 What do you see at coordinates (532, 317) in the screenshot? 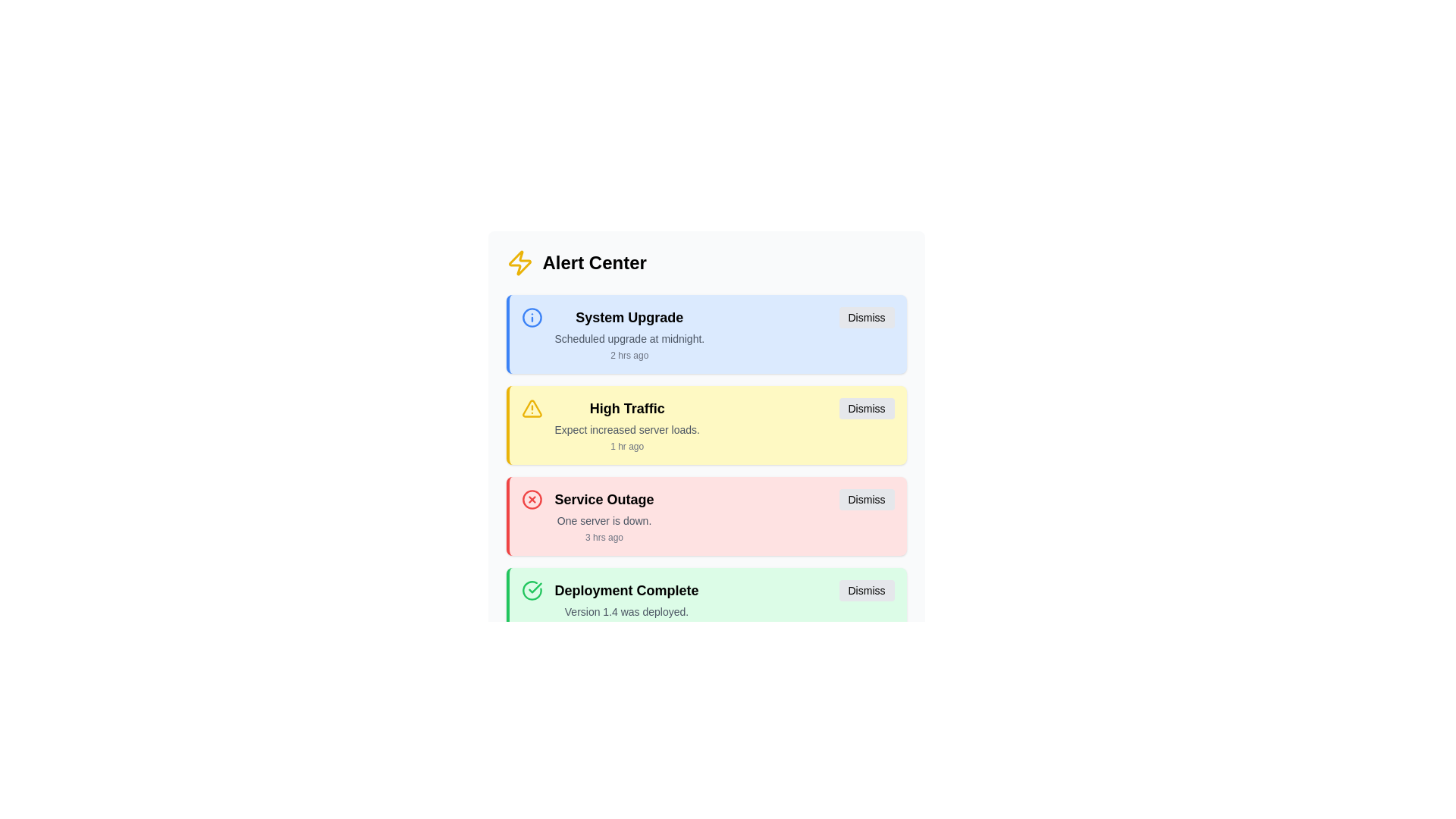
I see `the circular information icon with a blue outline located within the 'System Upgrade' notification card at the top of the notification list` at bounding box center [532, 317].